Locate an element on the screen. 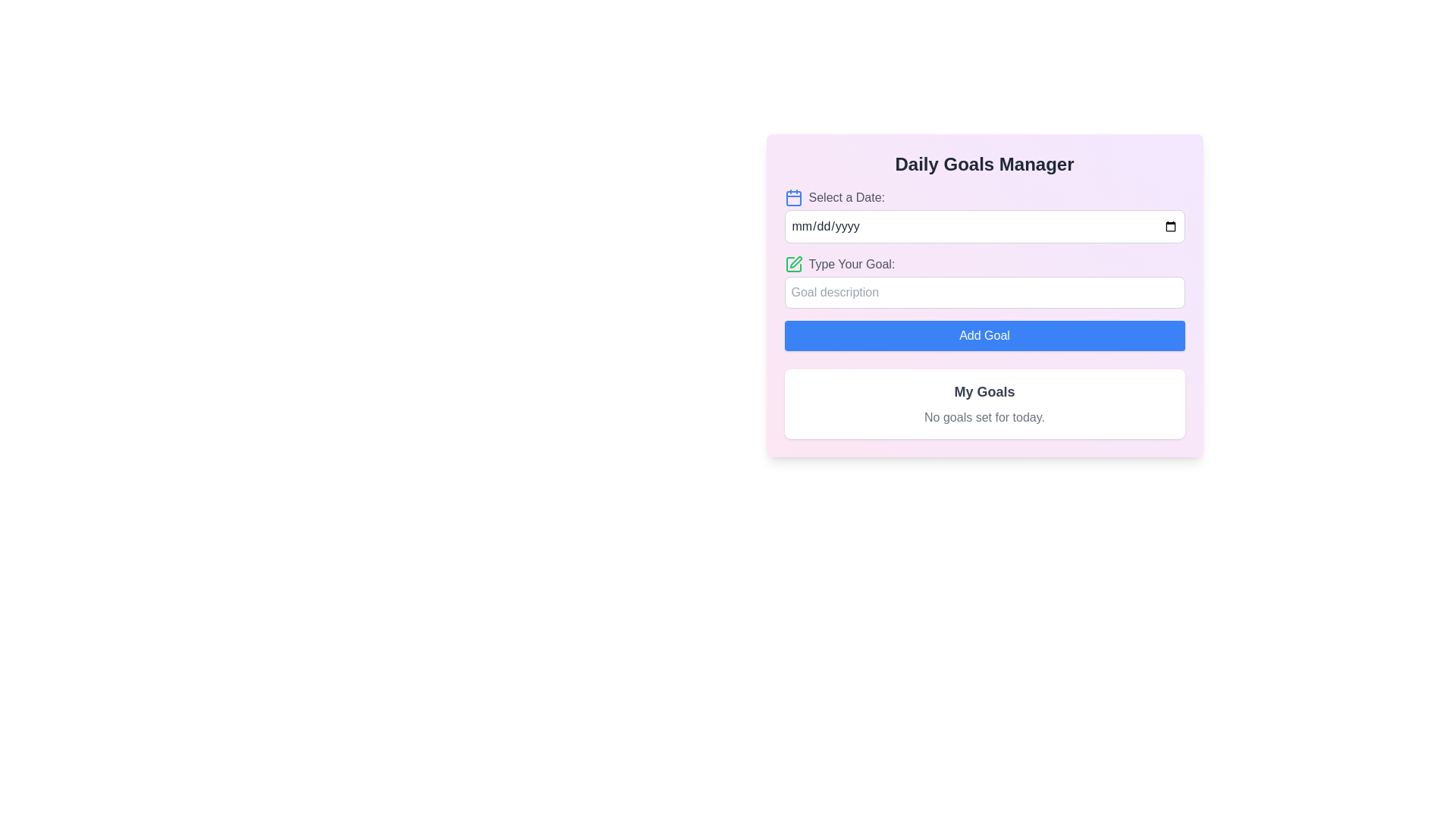 Image resolution: width=1456 pixels, height=819 pixels. informational text label displaying 'No goals set for today.' located beneath the 'My Goals' section is located at coordinates (984, 418).